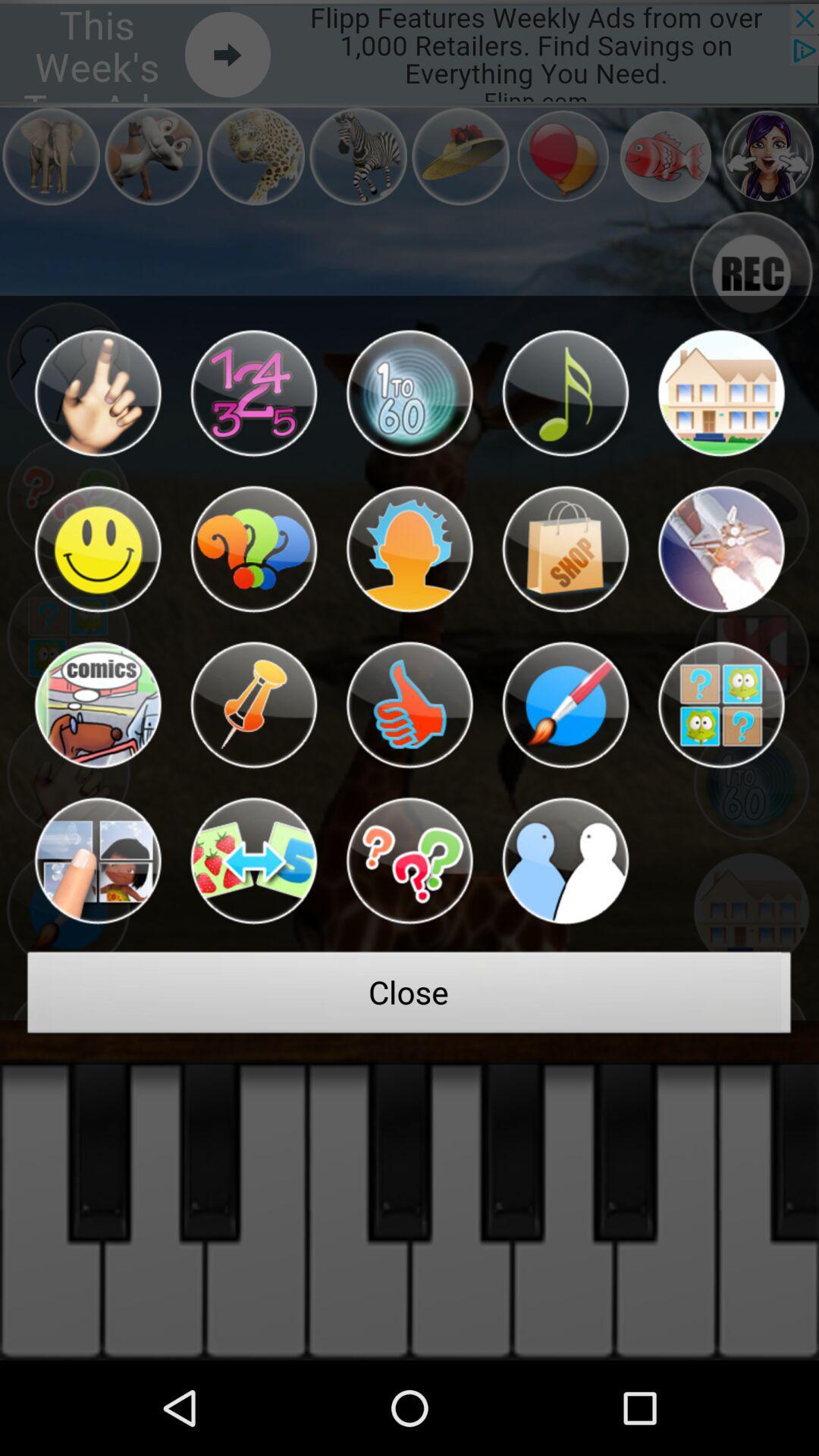 The height and width of the screenshot is (1456, 819). I want to click on the national_flag icon, so click(97, 755).